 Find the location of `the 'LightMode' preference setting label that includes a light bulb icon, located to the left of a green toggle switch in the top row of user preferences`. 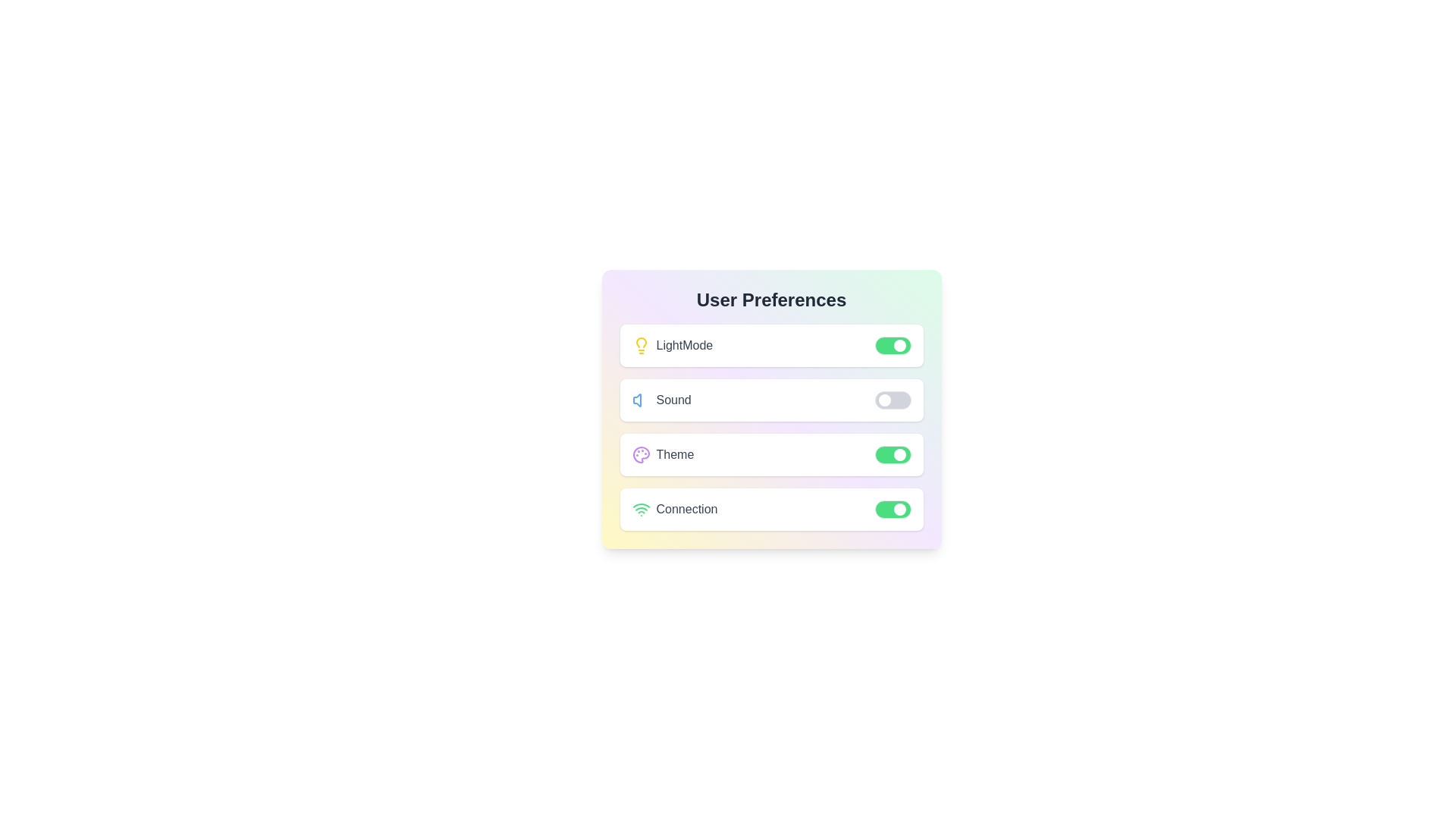

the 'LightMode' preference setting label that includes a light bulb icon, located to the left of a green toggle switch in the top row of user preferences is located at coordinates (671, 345).